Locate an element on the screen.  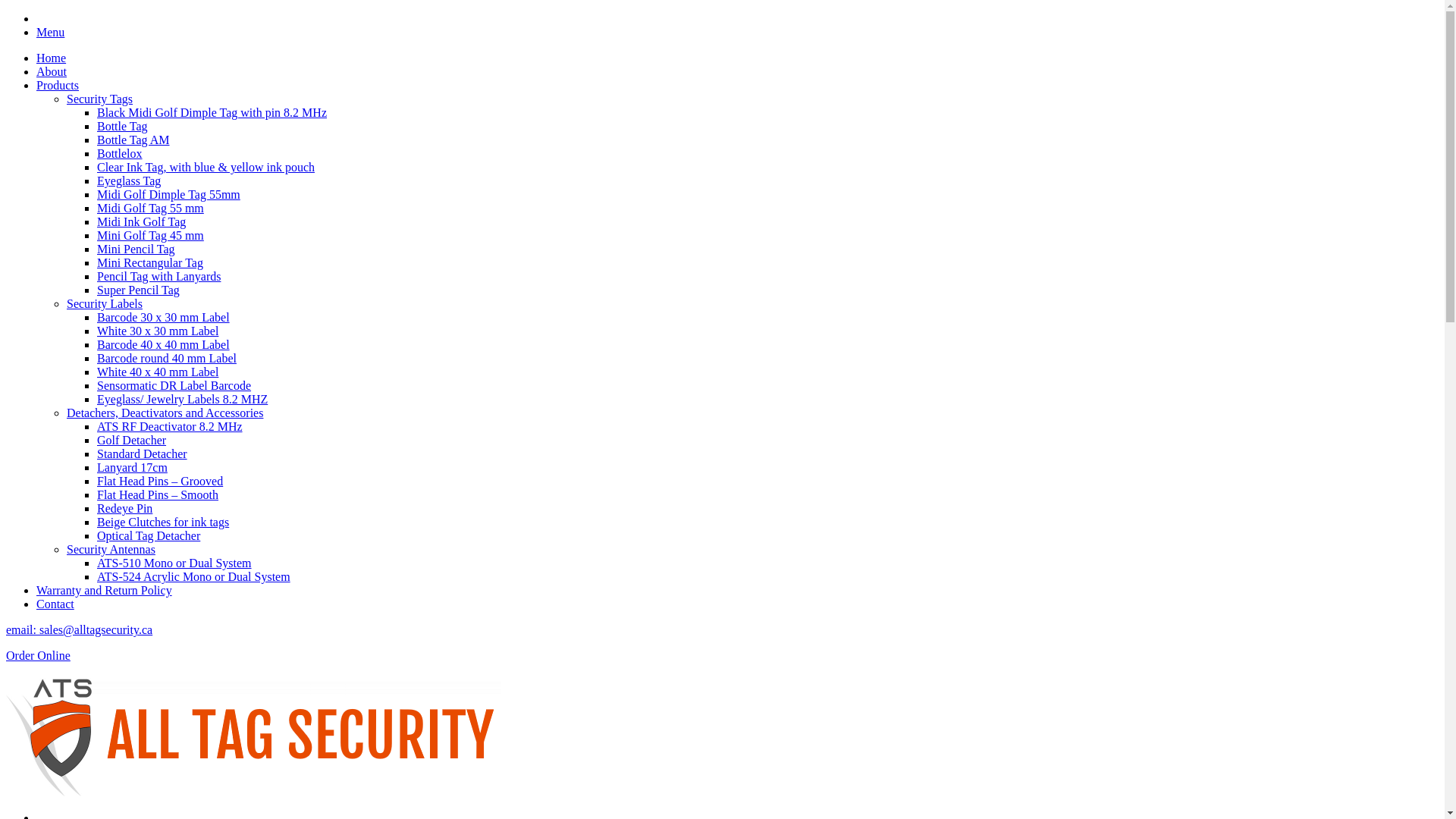
'Security Labels' is located at coordinates (104, 303).